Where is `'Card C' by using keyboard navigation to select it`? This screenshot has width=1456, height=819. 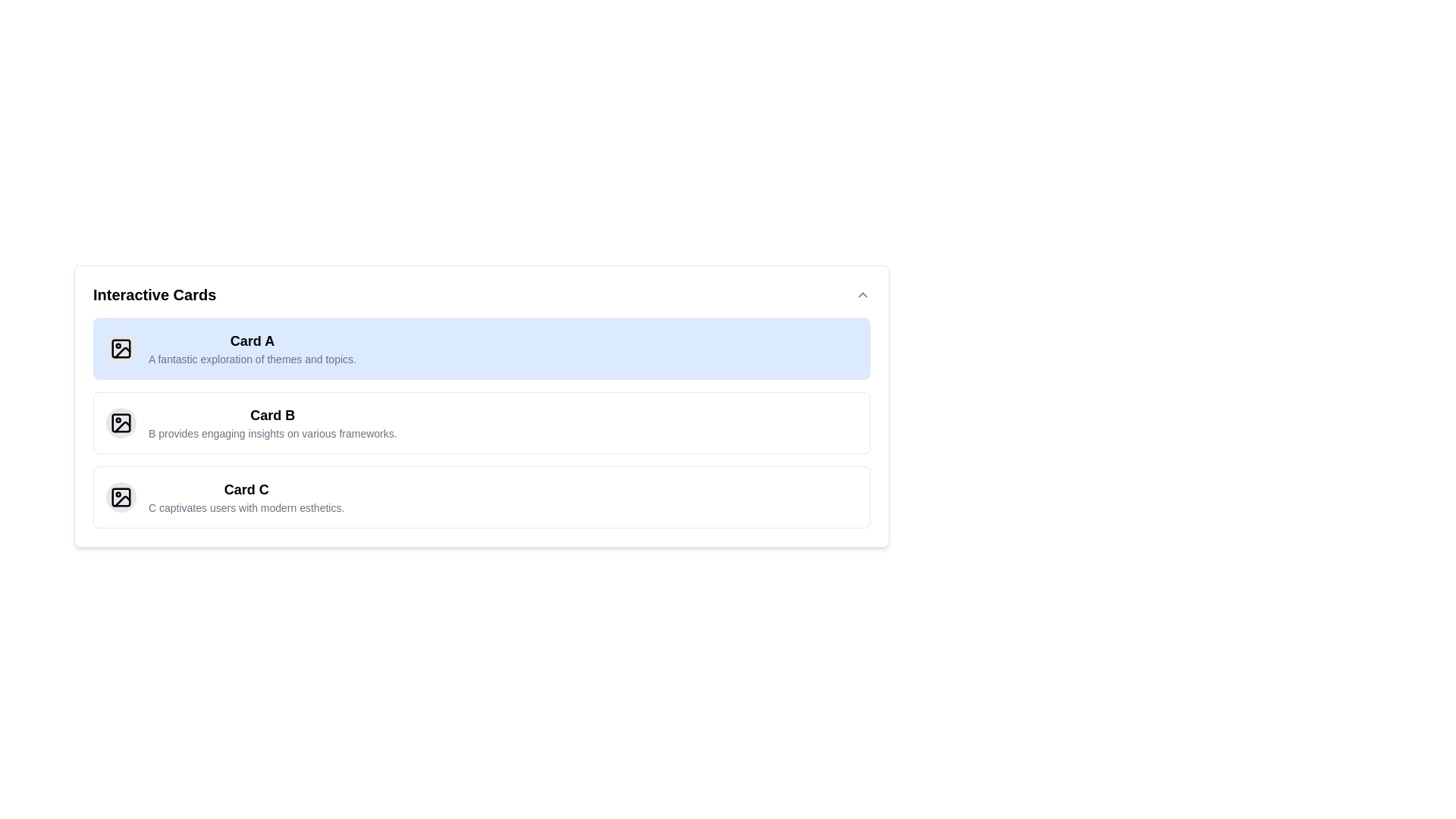
'Card C' by using keyboard navigation to select it is located at coordinates (481, 497).